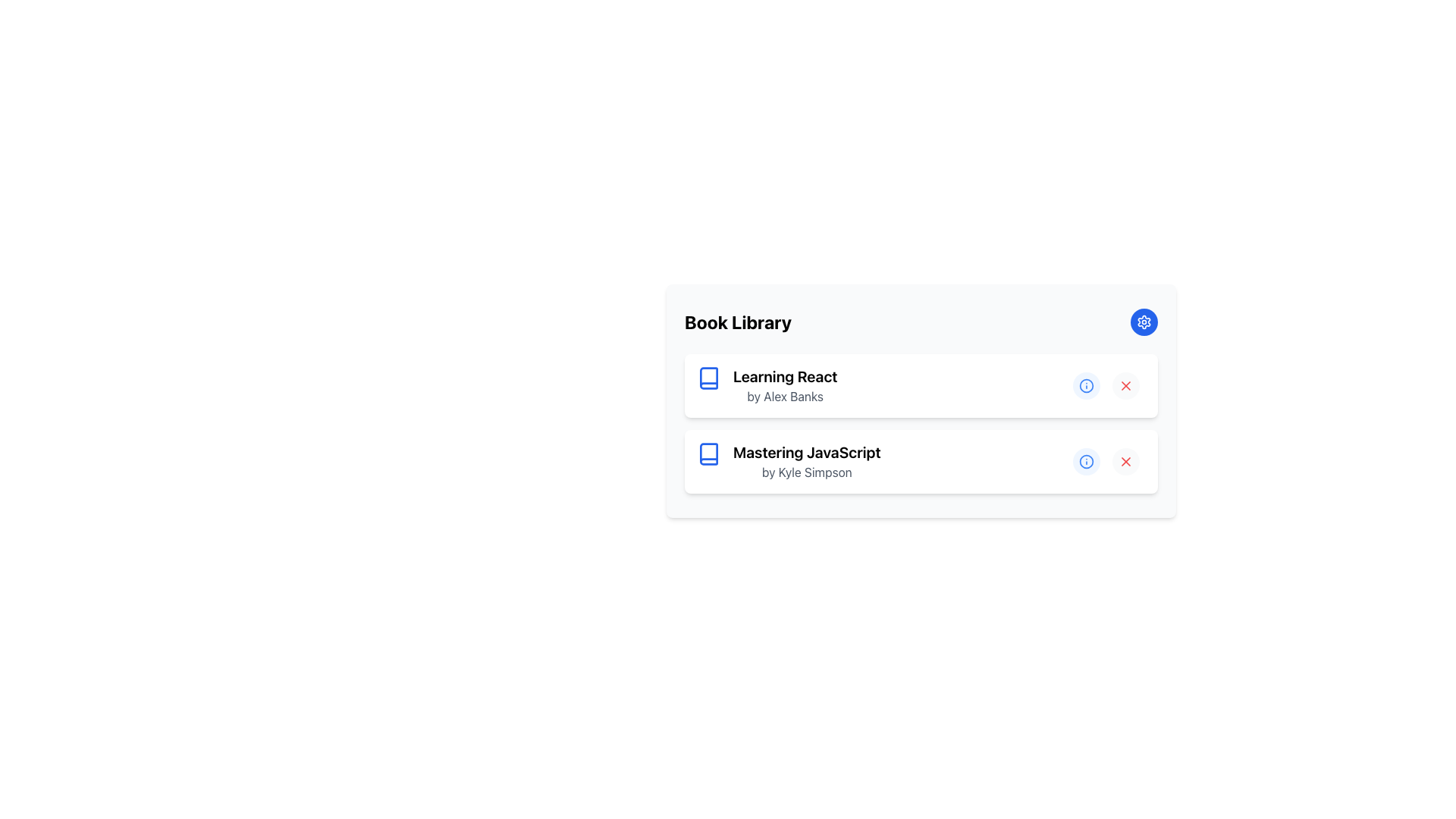 Image resolution: width=1456 pixels, height=819 pixels. What do you see at coordinates (1125, 385) in the screenshot?
I see `the delete button for the 'Learning React' entry in the 'Book Library' to observe its hover effect` at bounding box center [1125, 385].